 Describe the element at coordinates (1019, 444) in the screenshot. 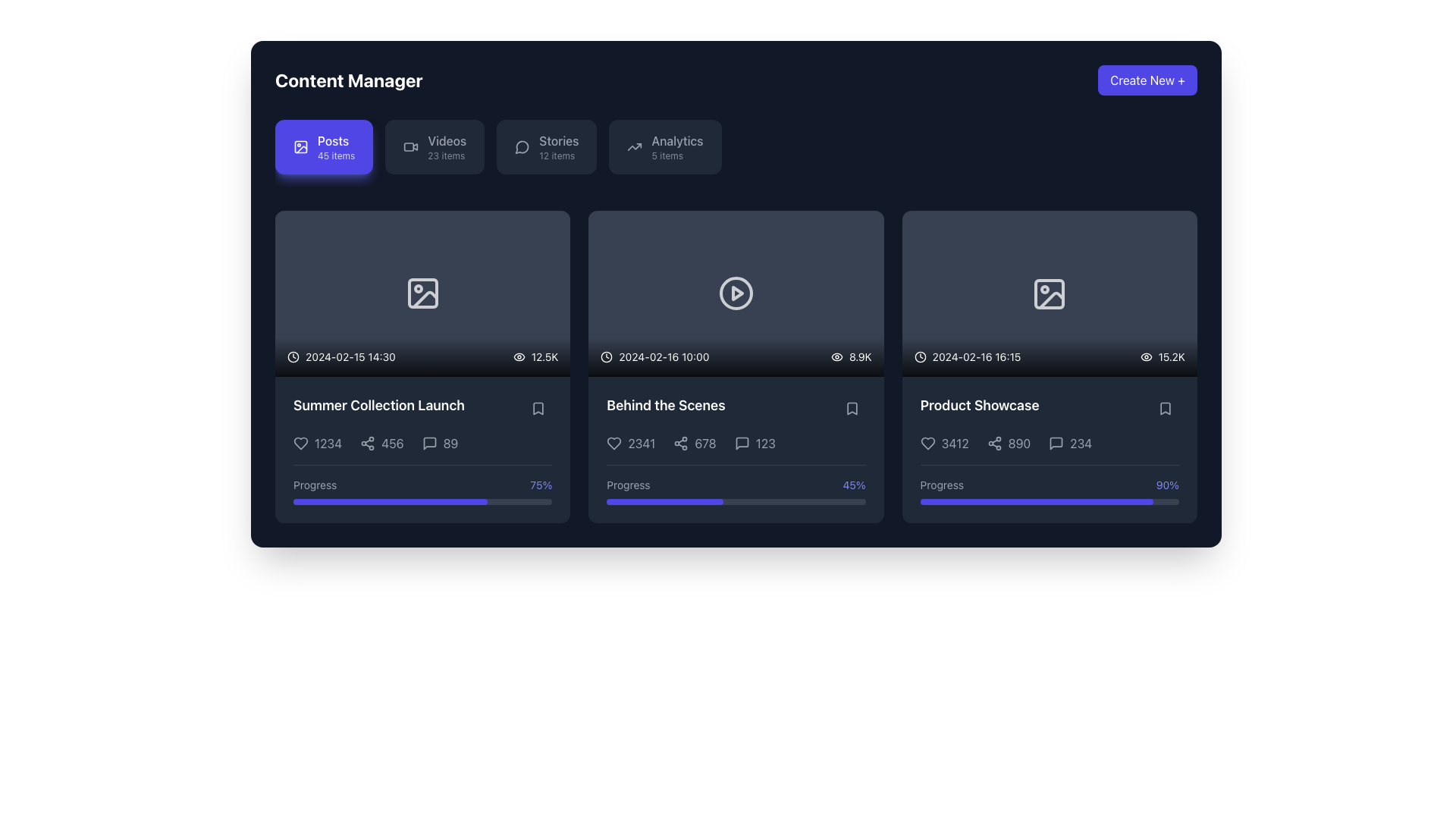

I see `the static text label displaying the numerical count in the third card labeled 'Product Showcase' positioned in the lower section of the card` at that location.